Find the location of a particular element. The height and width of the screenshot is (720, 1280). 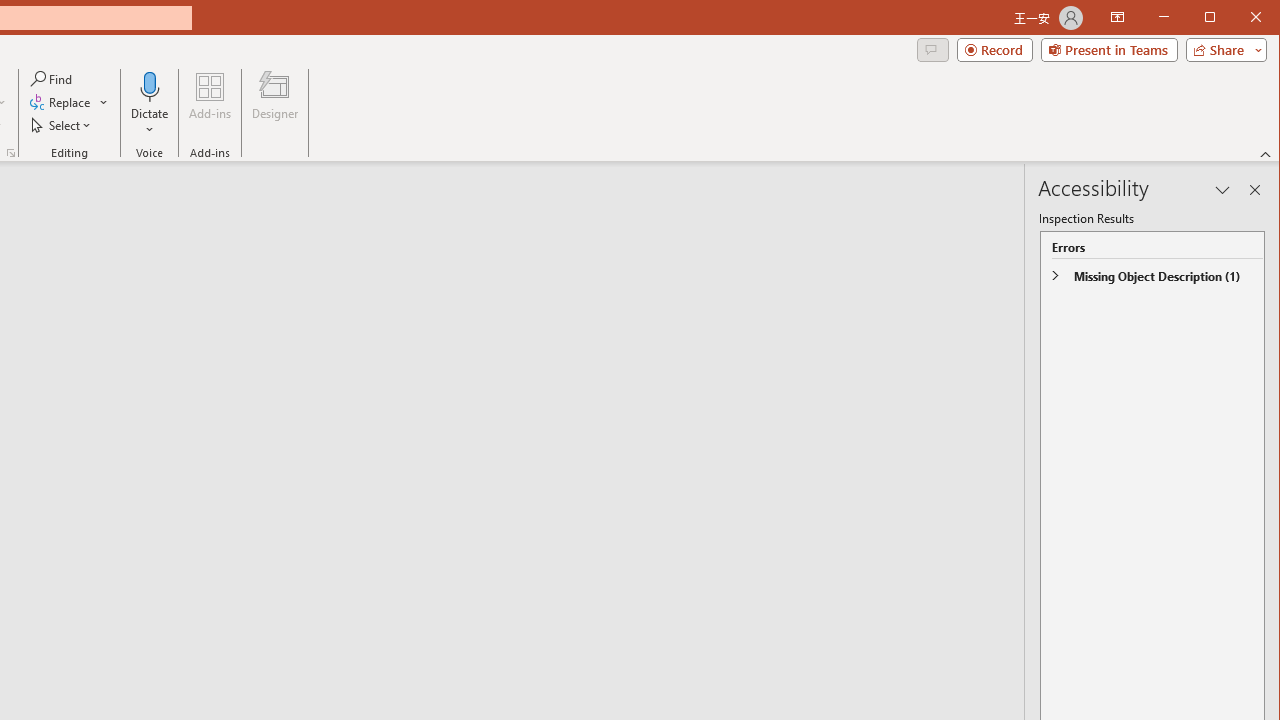

'Maximize' is located at coordinates (1238, 19).